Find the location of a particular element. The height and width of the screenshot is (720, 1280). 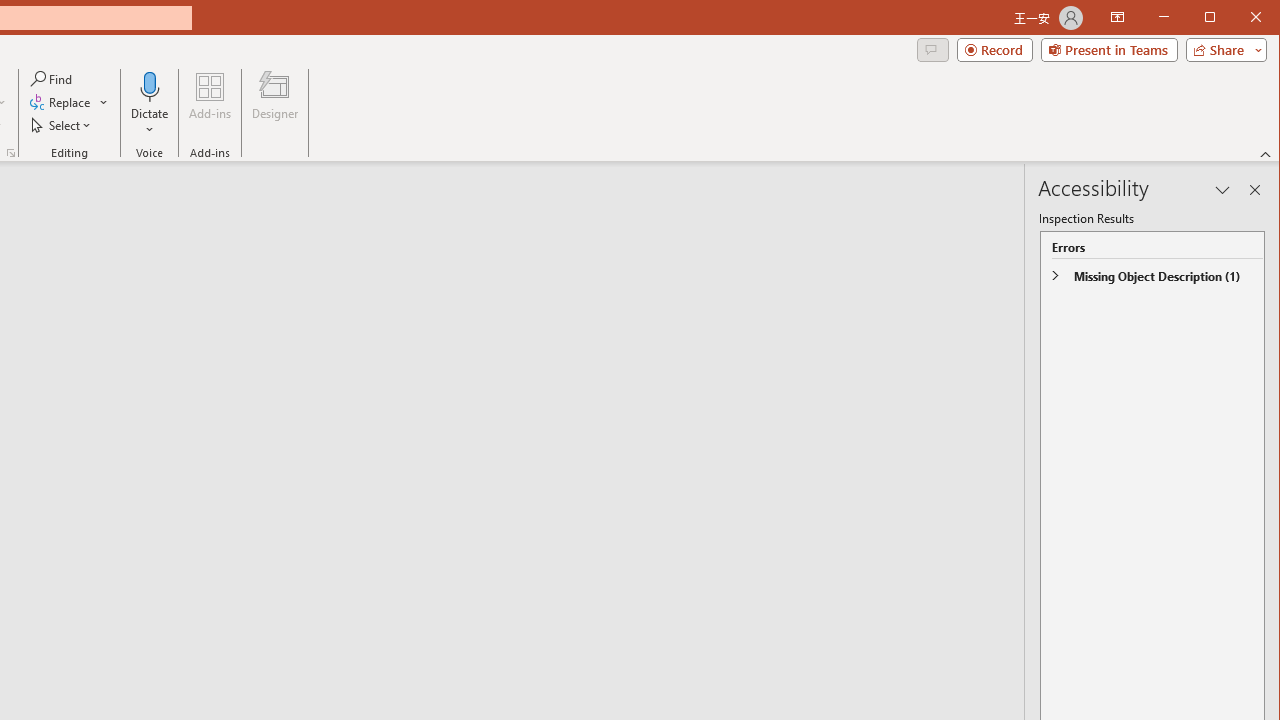

'Maximize' is located at coordinates (1238, 19).